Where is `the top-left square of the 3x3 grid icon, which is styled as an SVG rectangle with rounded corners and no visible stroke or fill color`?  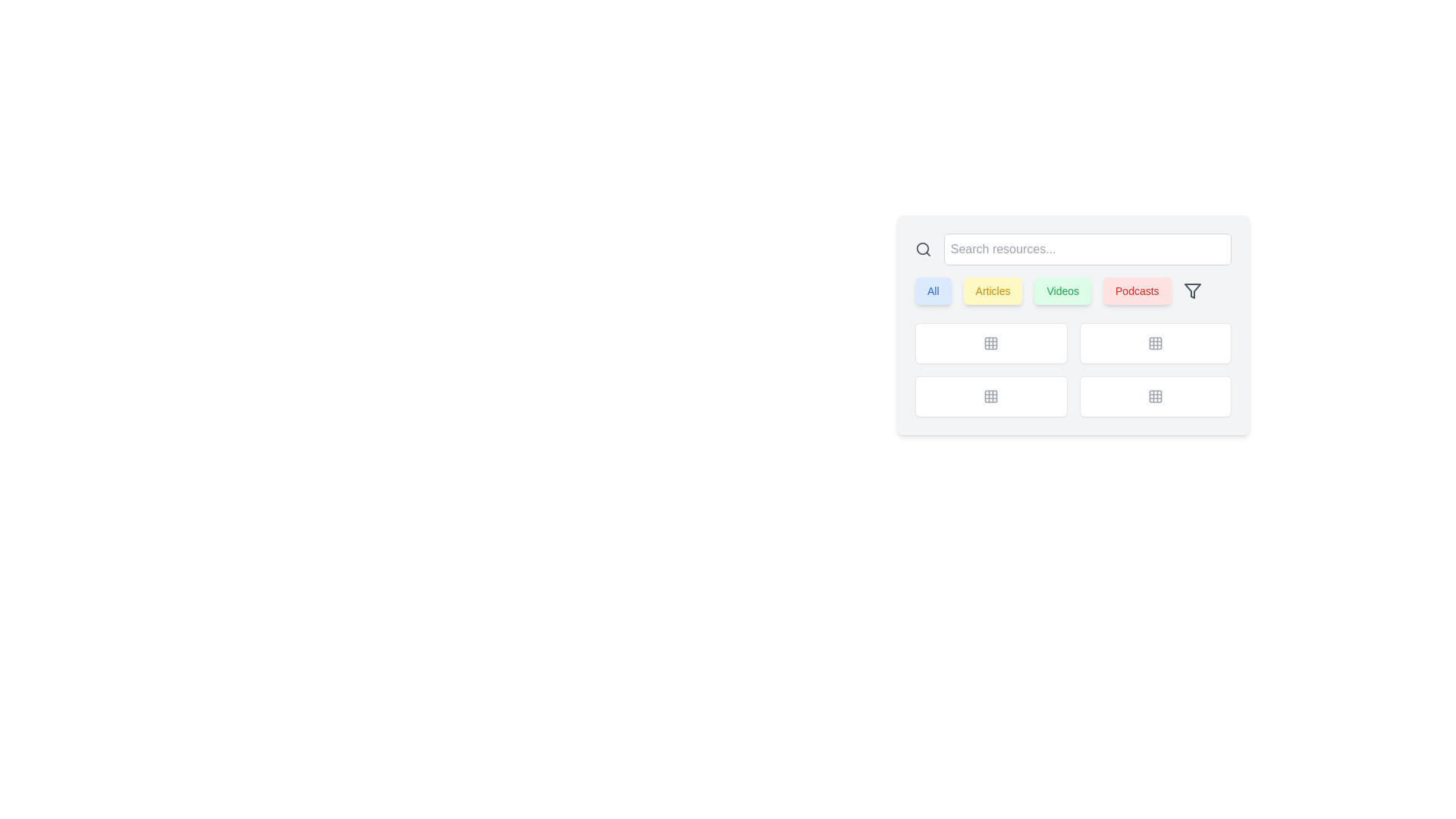 the top-left square of the 3x3 grid icon, which is styled as an SVG rectangle with rounded corners and no visible stroke or fill color is located at coordinates (991, 396).